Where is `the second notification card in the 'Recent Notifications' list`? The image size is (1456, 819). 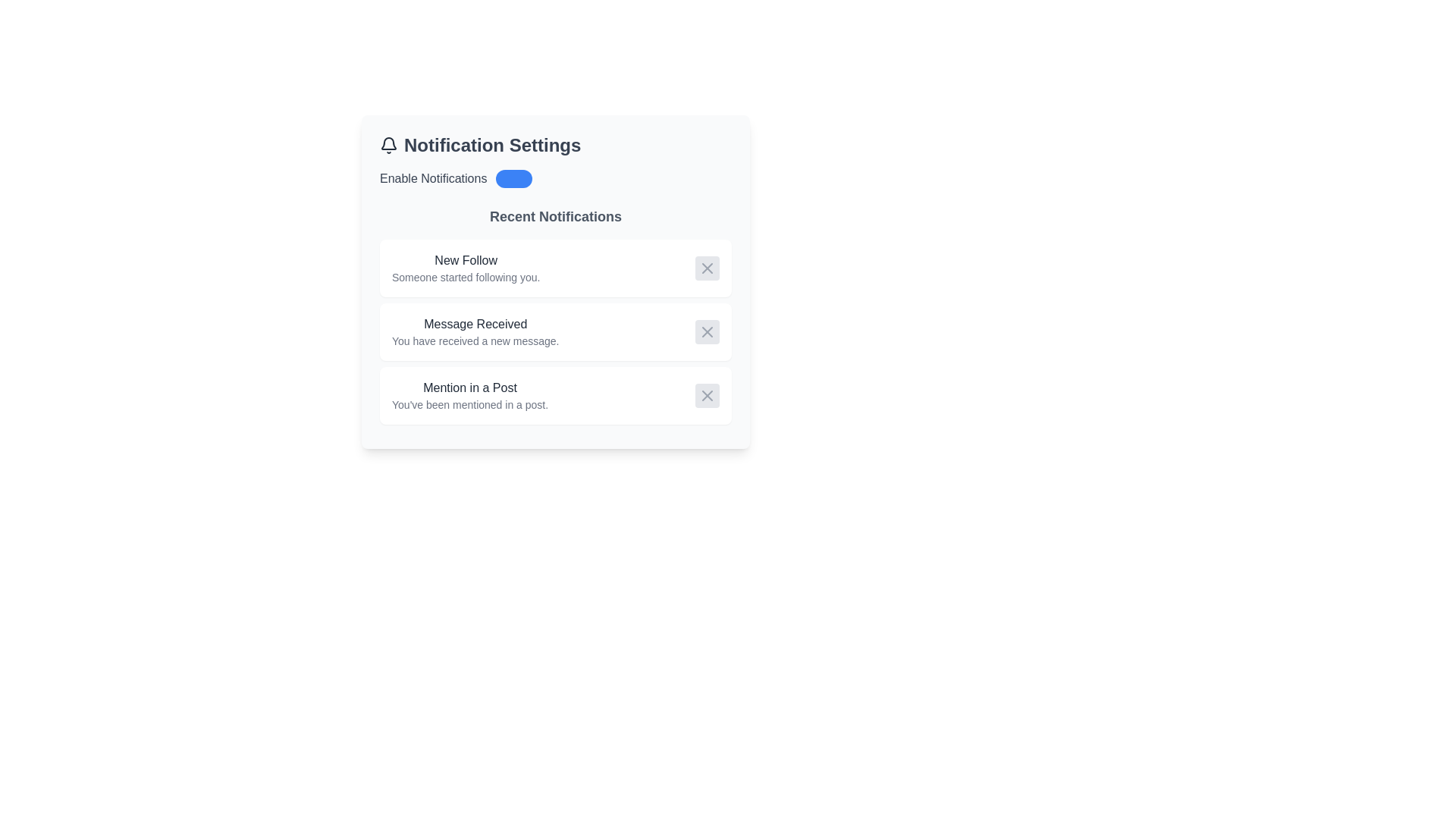
the second notification card in the 'Recent Notifications' list is located at coordinates (555, 331).